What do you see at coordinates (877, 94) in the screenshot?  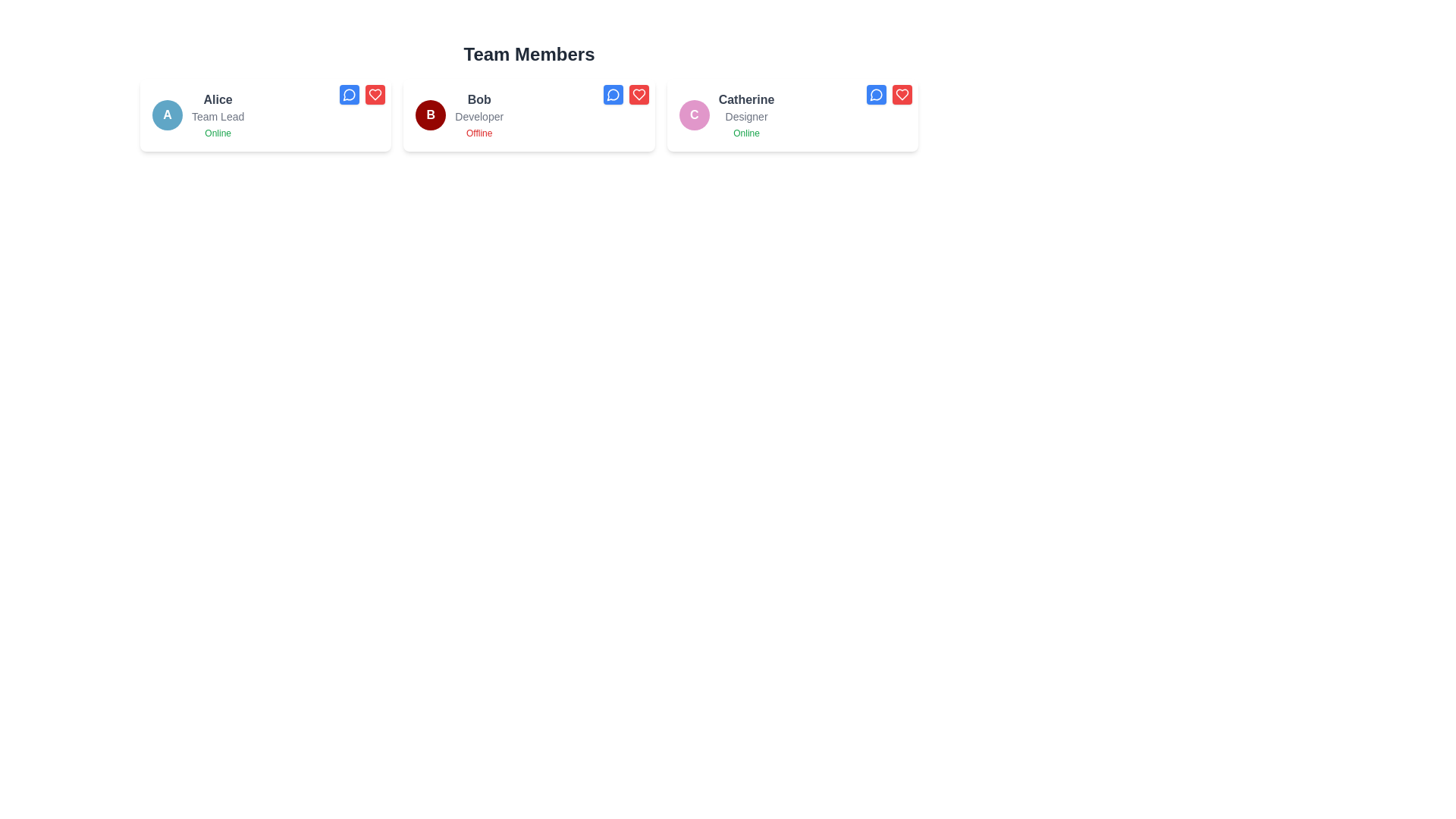 I see `the circular blue button with a white chat bubble icon located in the top-right corner of the card displaying user Catherine's information to initiate a chat` at bounding box center [877, 94].